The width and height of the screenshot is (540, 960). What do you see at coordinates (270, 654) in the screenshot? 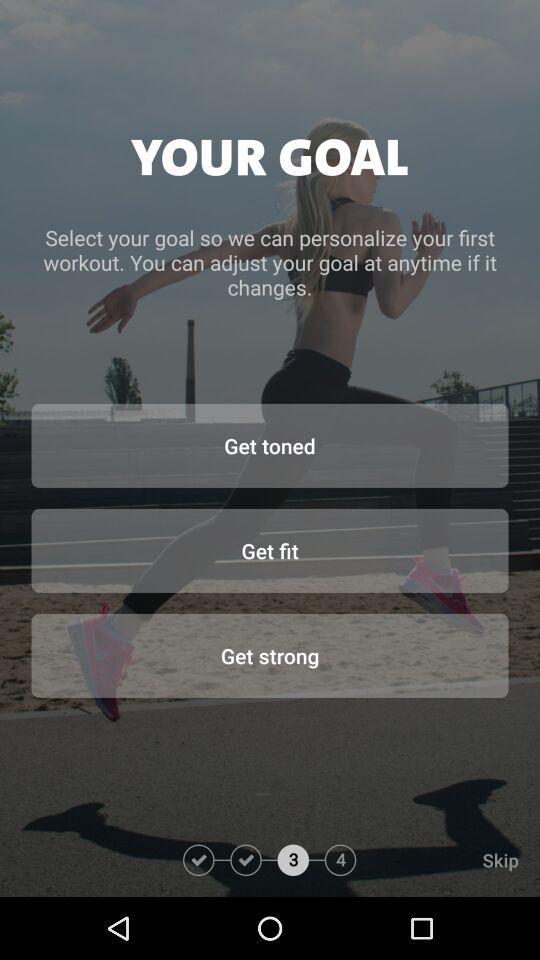
I see `icon below the get fit` at bounding box center [270, 654].